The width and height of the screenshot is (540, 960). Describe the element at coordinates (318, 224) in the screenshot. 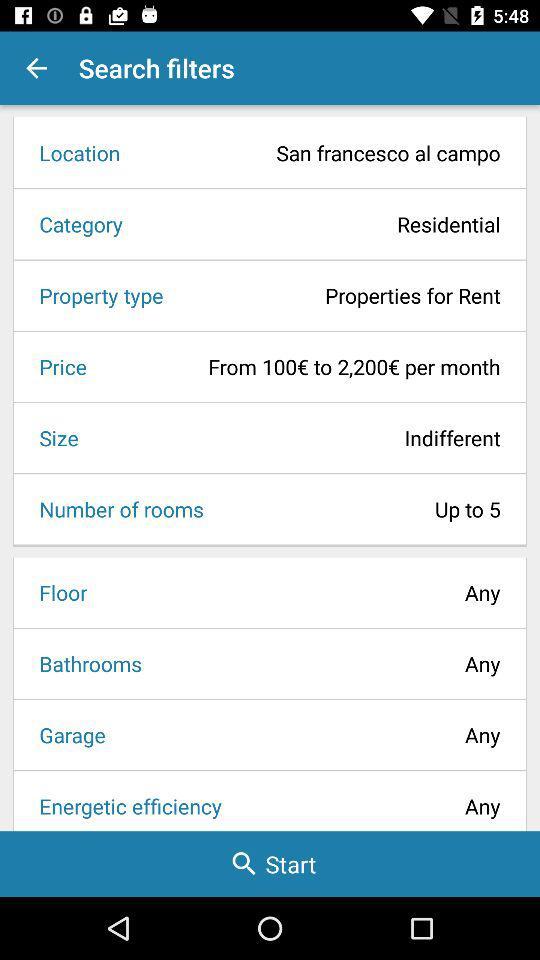

I see `icon to the right of the category` at that location.